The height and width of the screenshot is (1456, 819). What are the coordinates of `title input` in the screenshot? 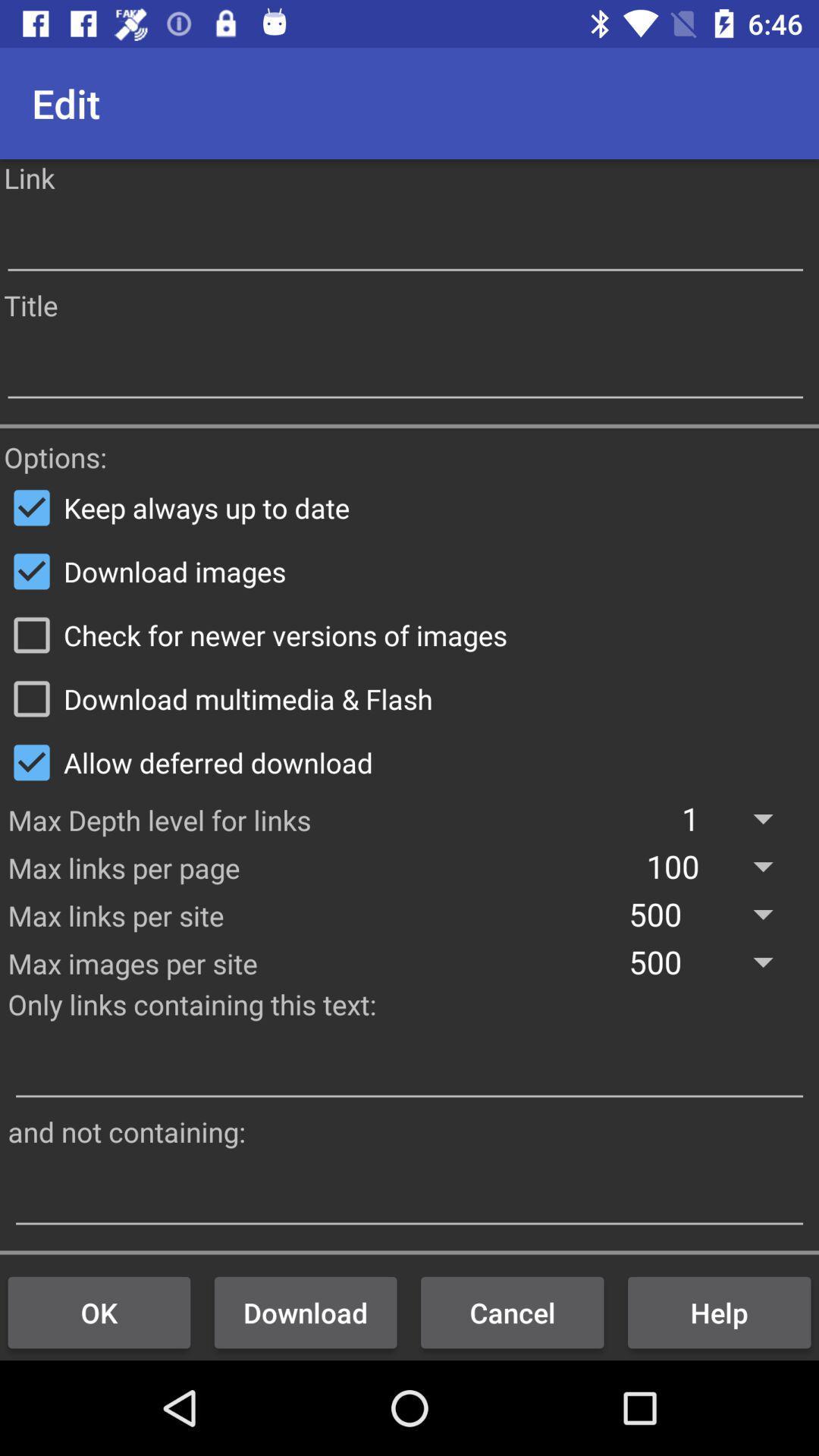 It's located at (404, 369).